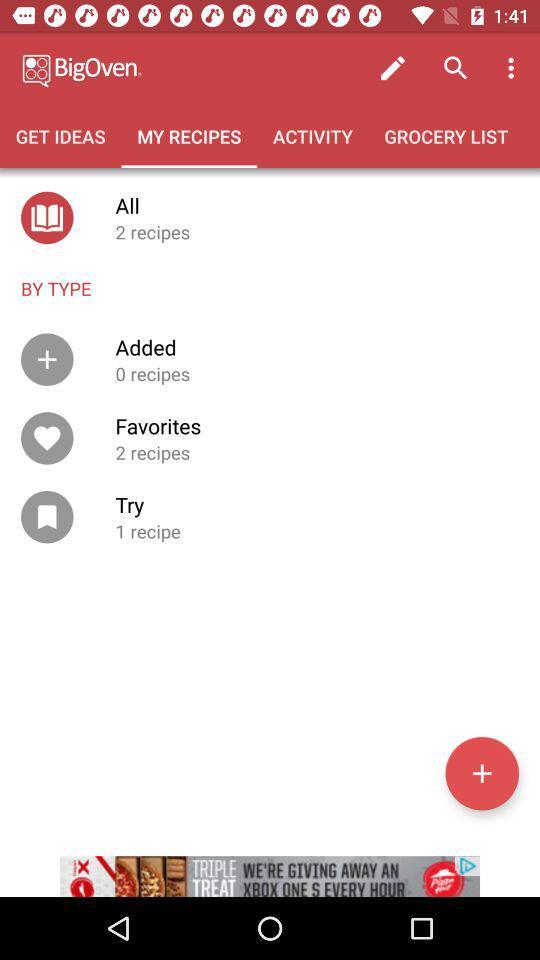  What do you see at coordinates (270, 863) in the screenshot?
I see `advertisement` at bounding box center [270, 863].